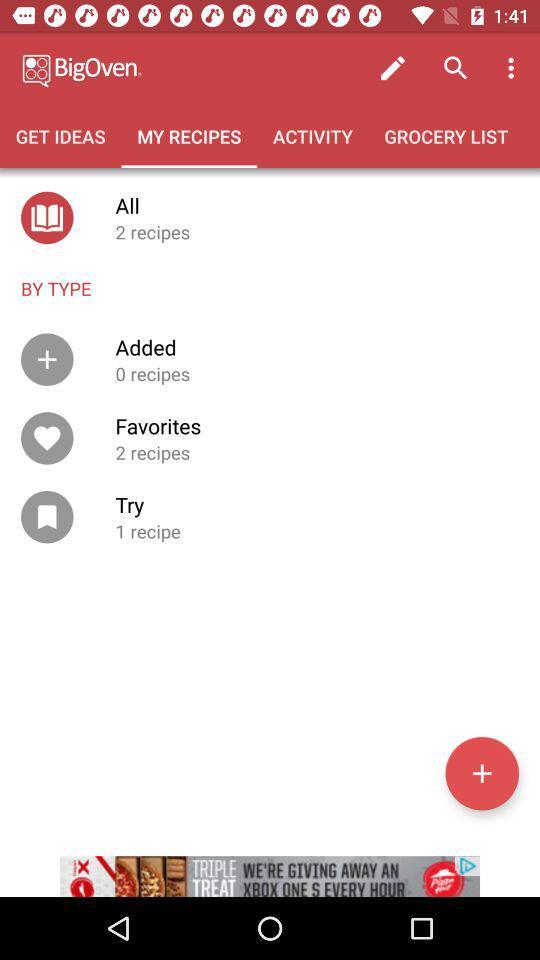  What do you see at coordinates (270, 863) in the screenshot?
I see `advertisement` at bounding box center [270, 863].